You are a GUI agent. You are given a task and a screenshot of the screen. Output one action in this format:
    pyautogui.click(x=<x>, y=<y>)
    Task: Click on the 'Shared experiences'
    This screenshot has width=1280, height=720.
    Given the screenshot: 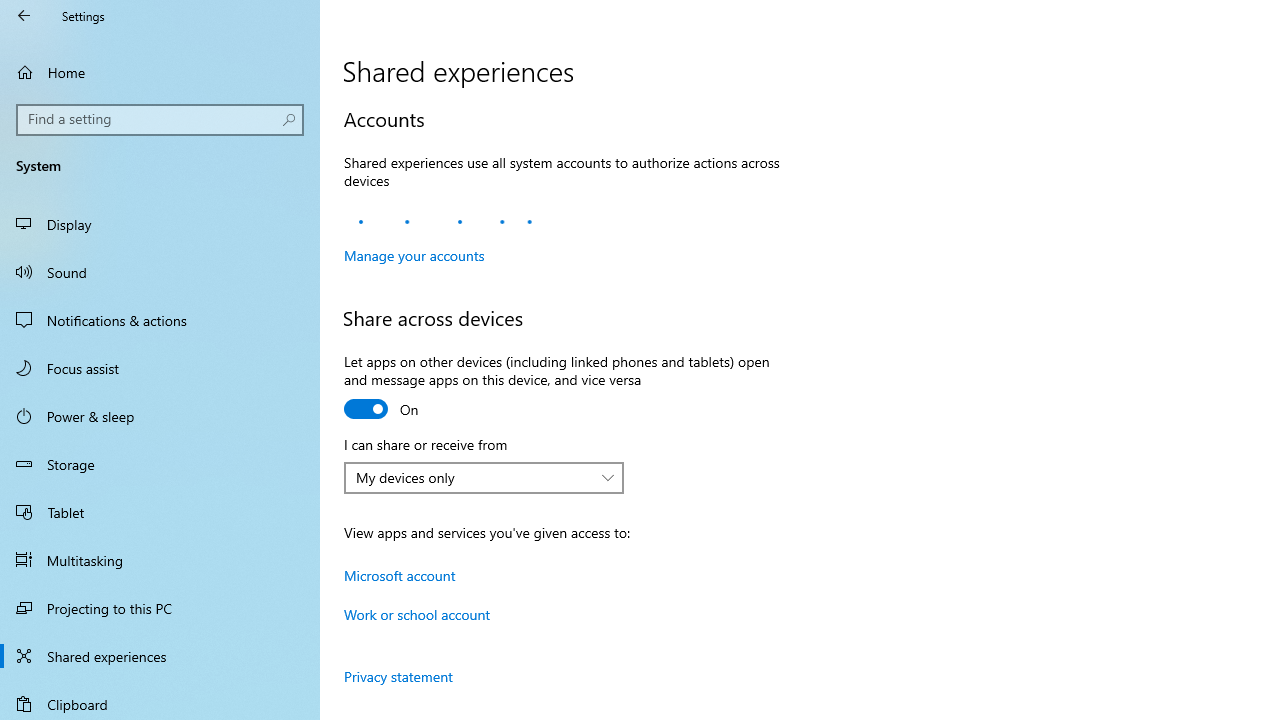 What is the action you would take?
    pyautogui.click(x=160, y=655)
    